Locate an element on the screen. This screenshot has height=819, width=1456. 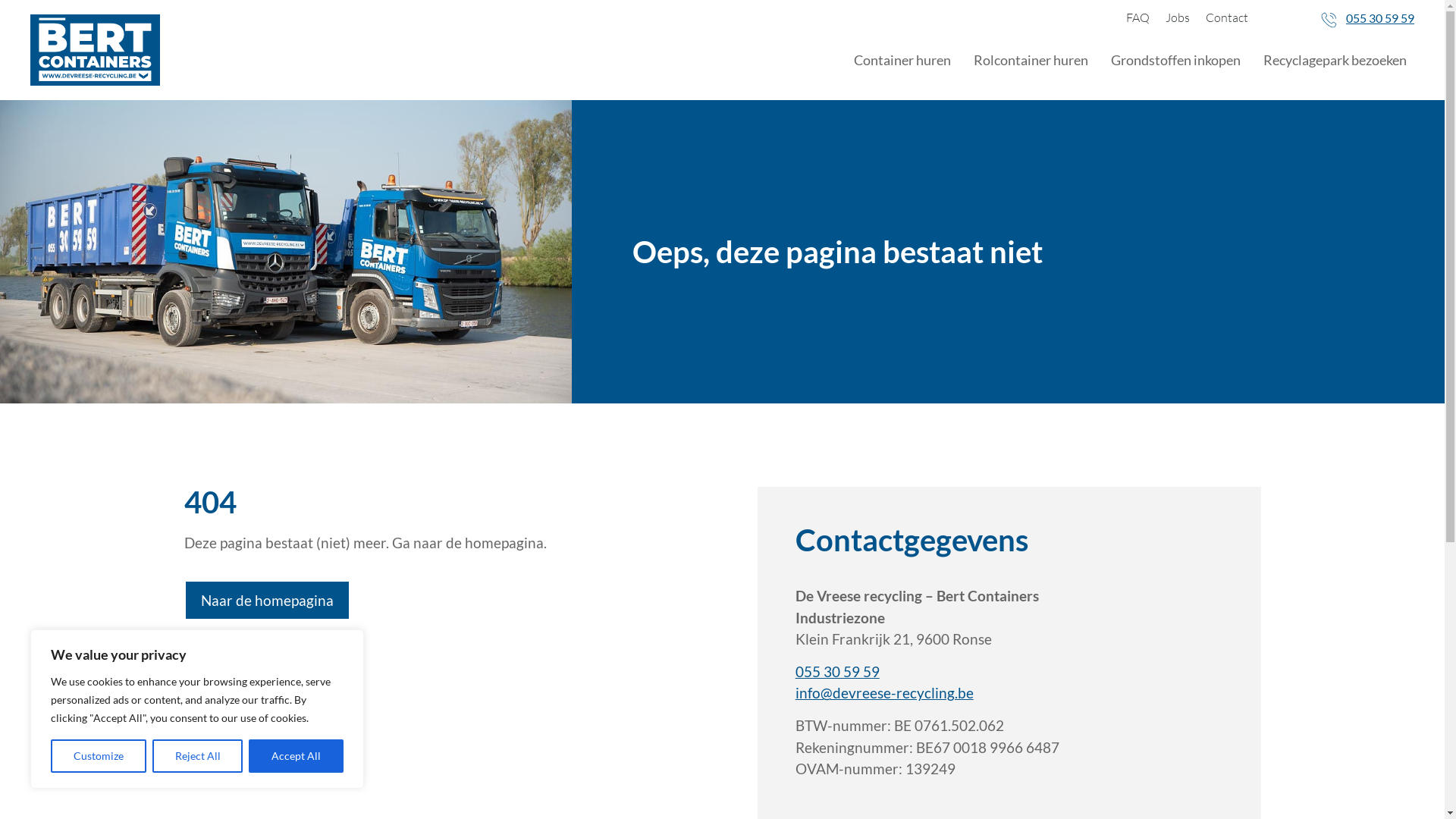
'Customize' is located at coordinates (97, 755).